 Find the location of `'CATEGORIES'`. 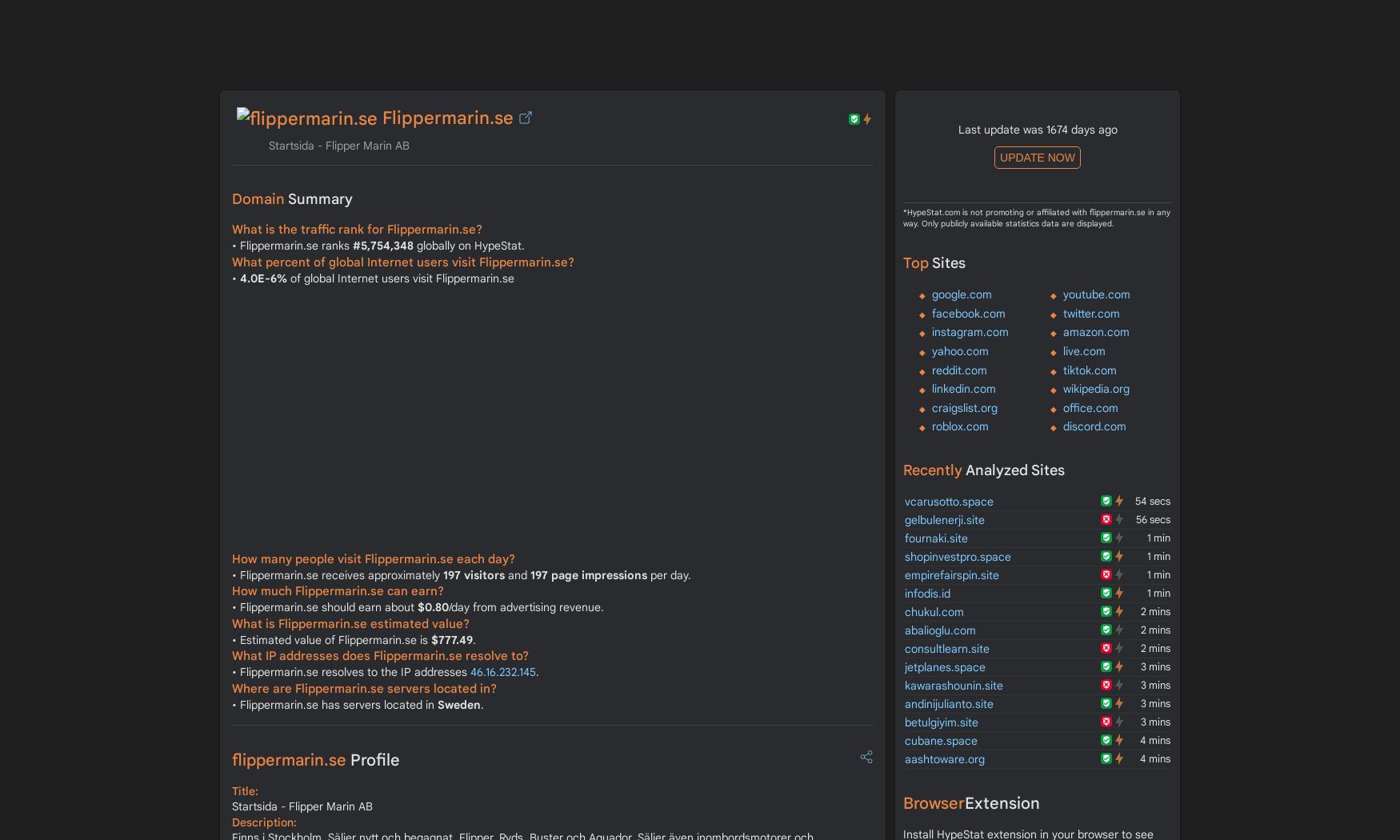

'CATEGORIES' is located at coordinates (860, 9).